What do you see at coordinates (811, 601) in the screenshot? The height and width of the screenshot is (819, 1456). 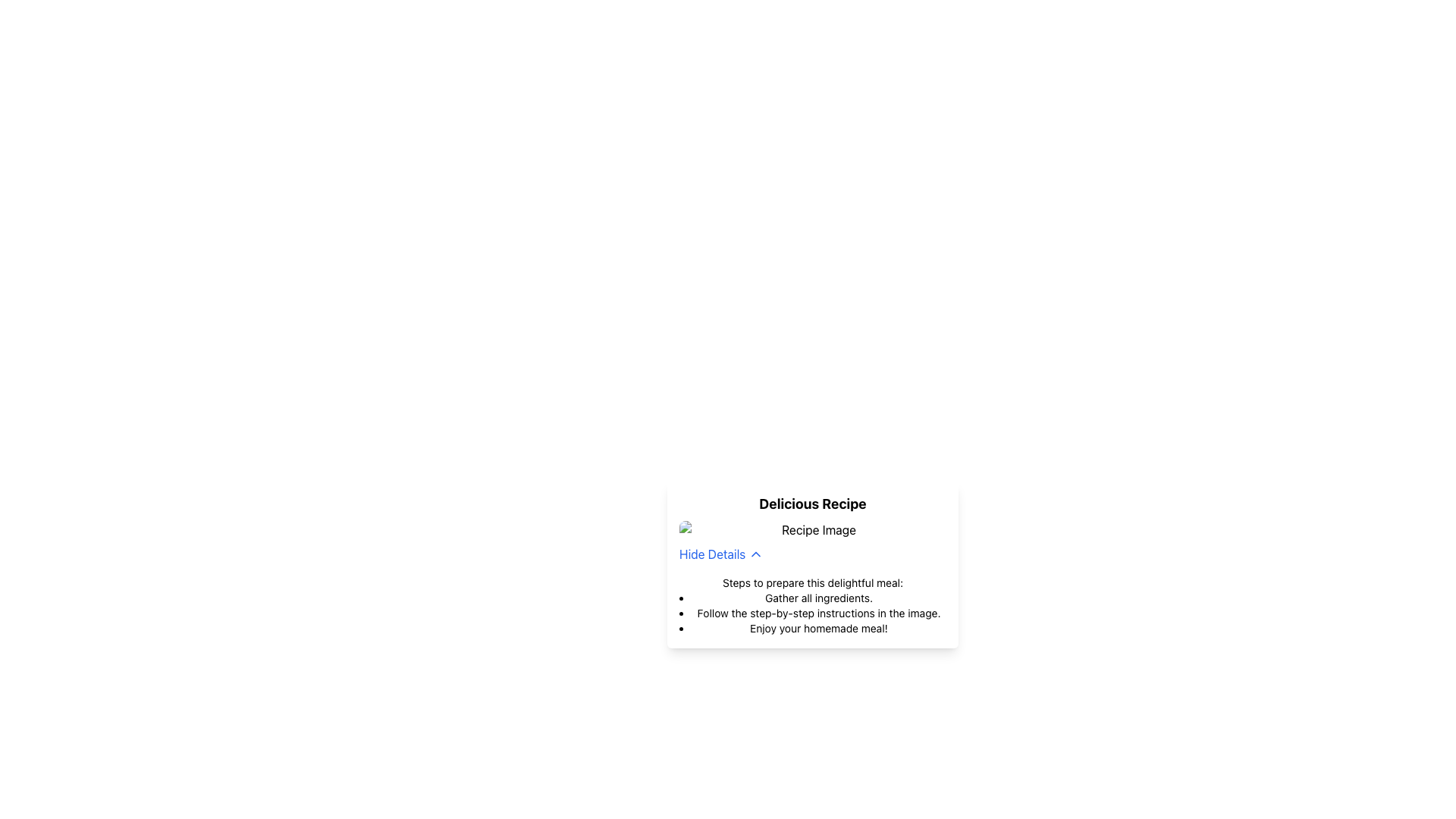 I see `the text within the vertically stacked text section containing step-by-step cooking instructions, which starts with the heading 'Steps to prepare this delightful meal:'` at bounding box center [811, 601].